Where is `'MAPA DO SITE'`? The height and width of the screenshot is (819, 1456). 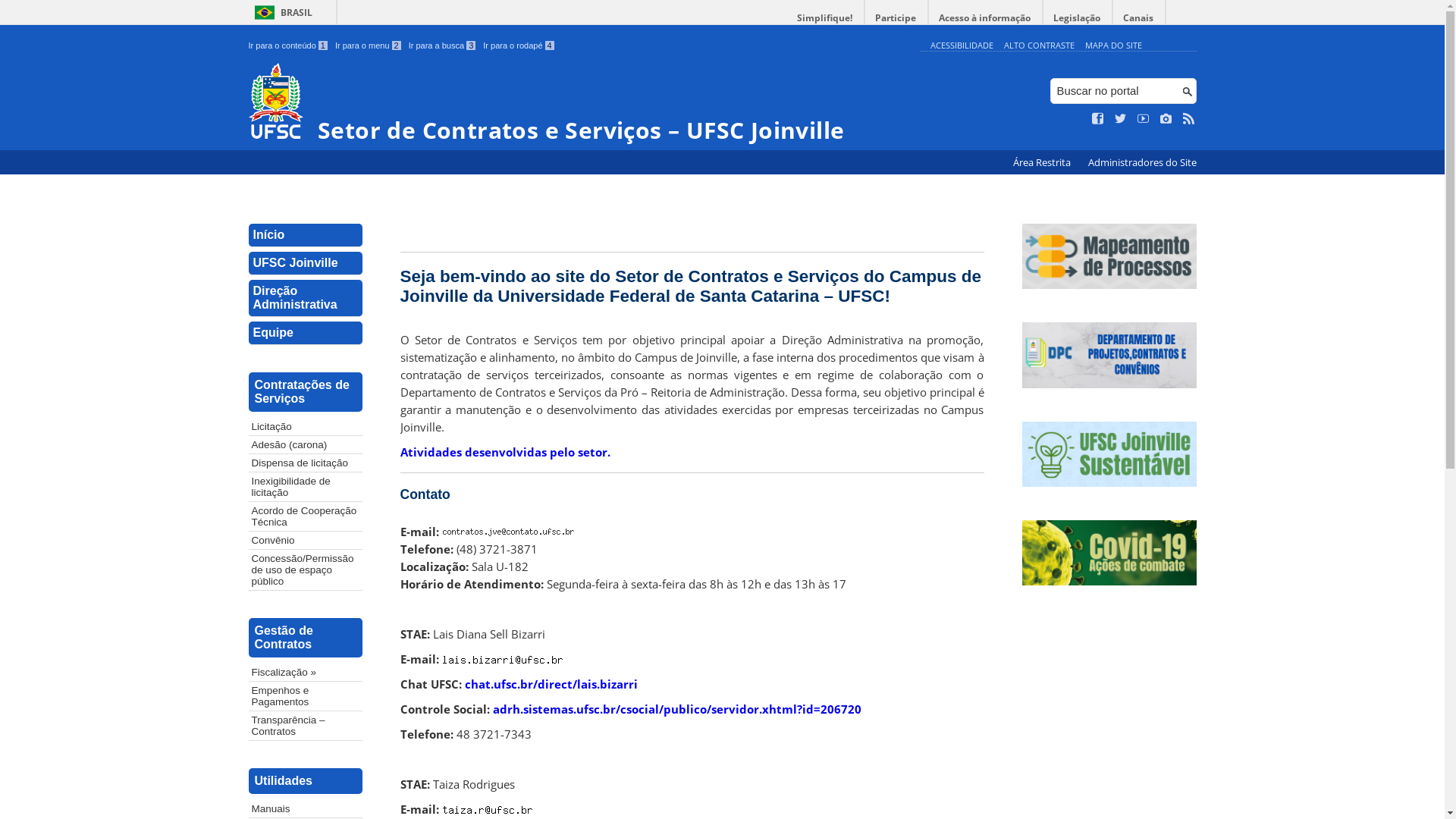 'MAPA DO SITE' is located at coordinates (1112, 44).